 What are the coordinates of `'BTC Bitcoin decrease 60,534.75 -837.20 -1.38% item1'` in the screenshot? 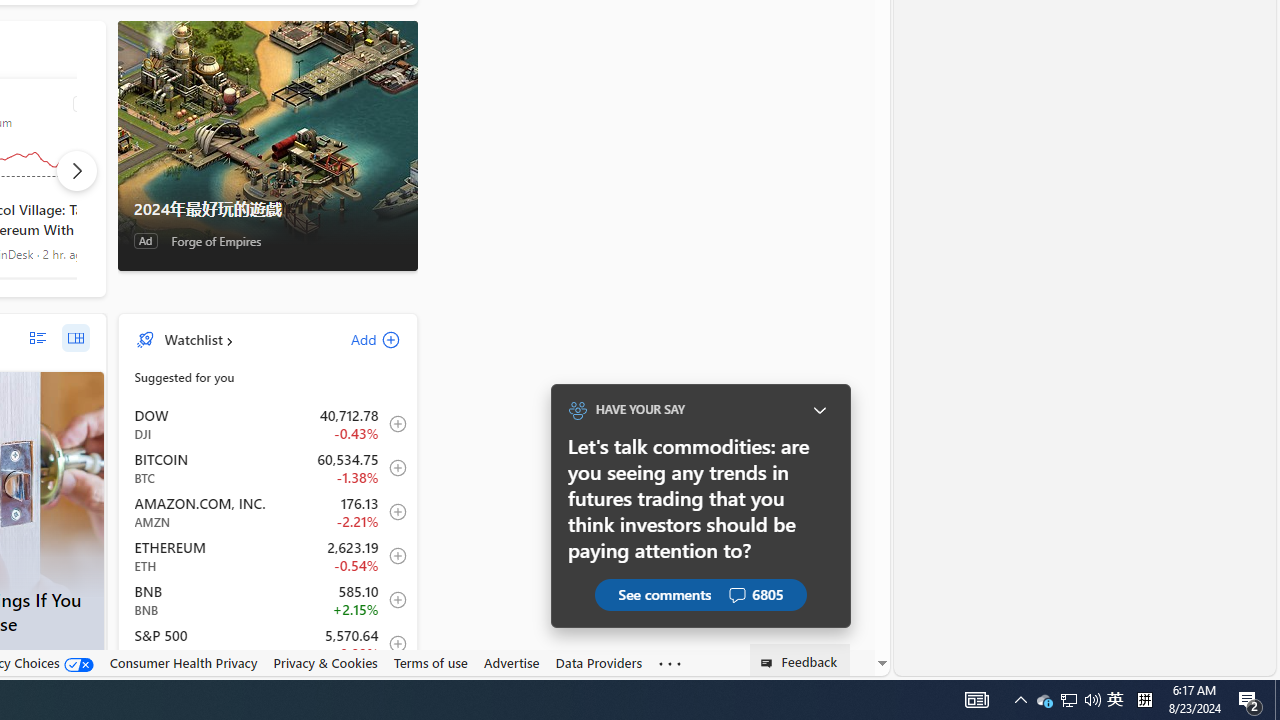 It's located at (267, 468).